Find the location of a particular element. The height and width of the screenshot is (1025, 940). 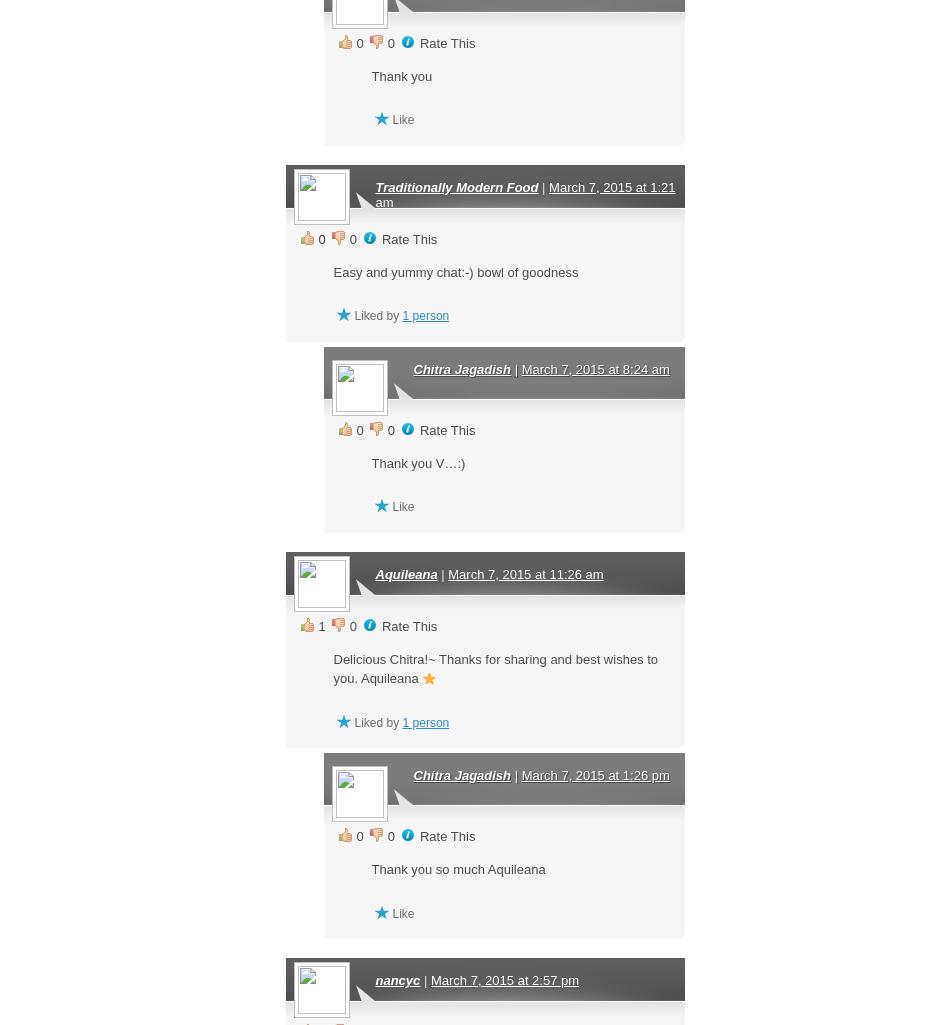

'March 7, 2015 at 11:26 am' is located at coordinates (524, 573).